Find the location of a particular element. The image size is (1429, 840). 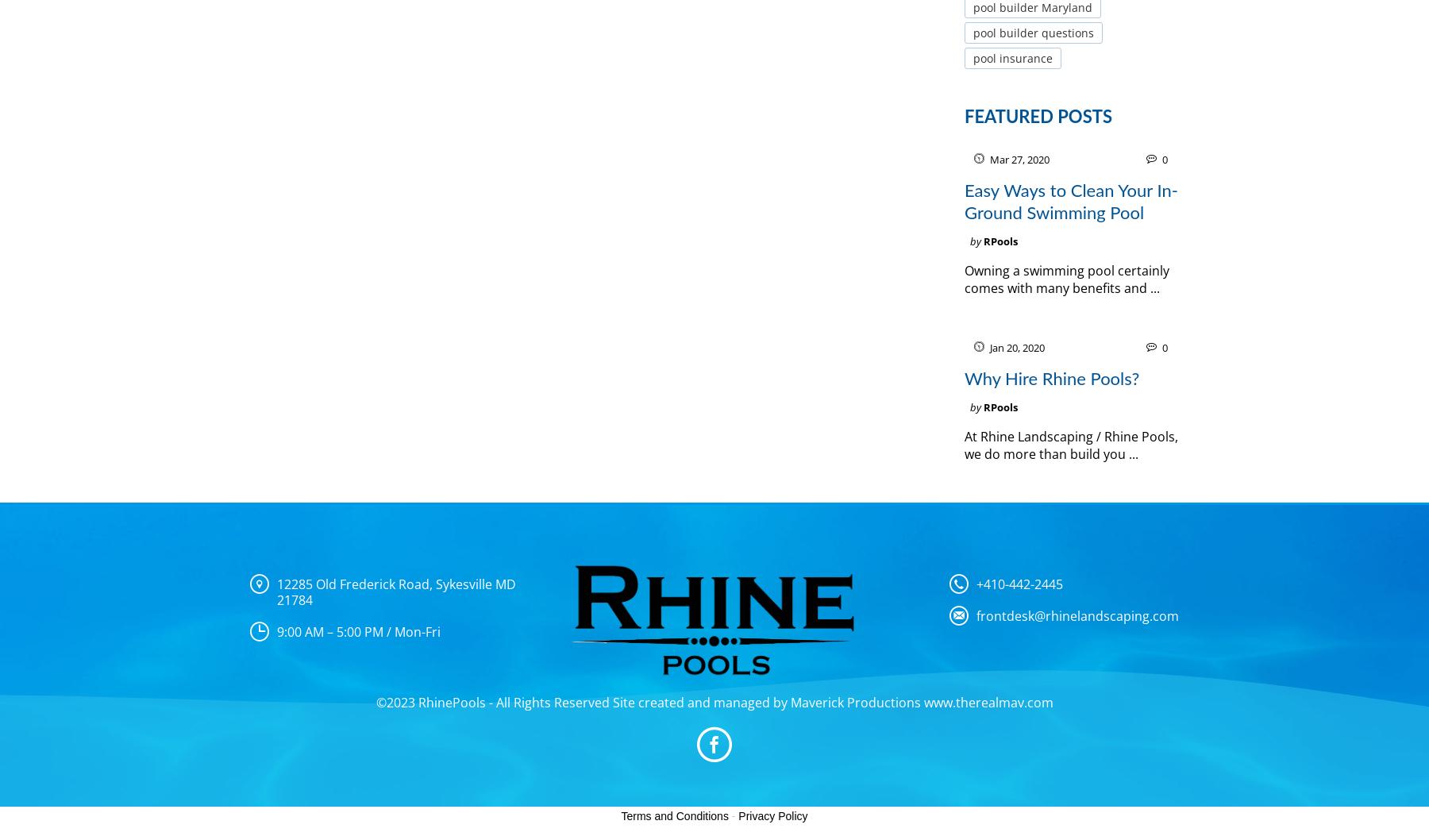

'pool insurance' is located at coordinates (1013, 58).